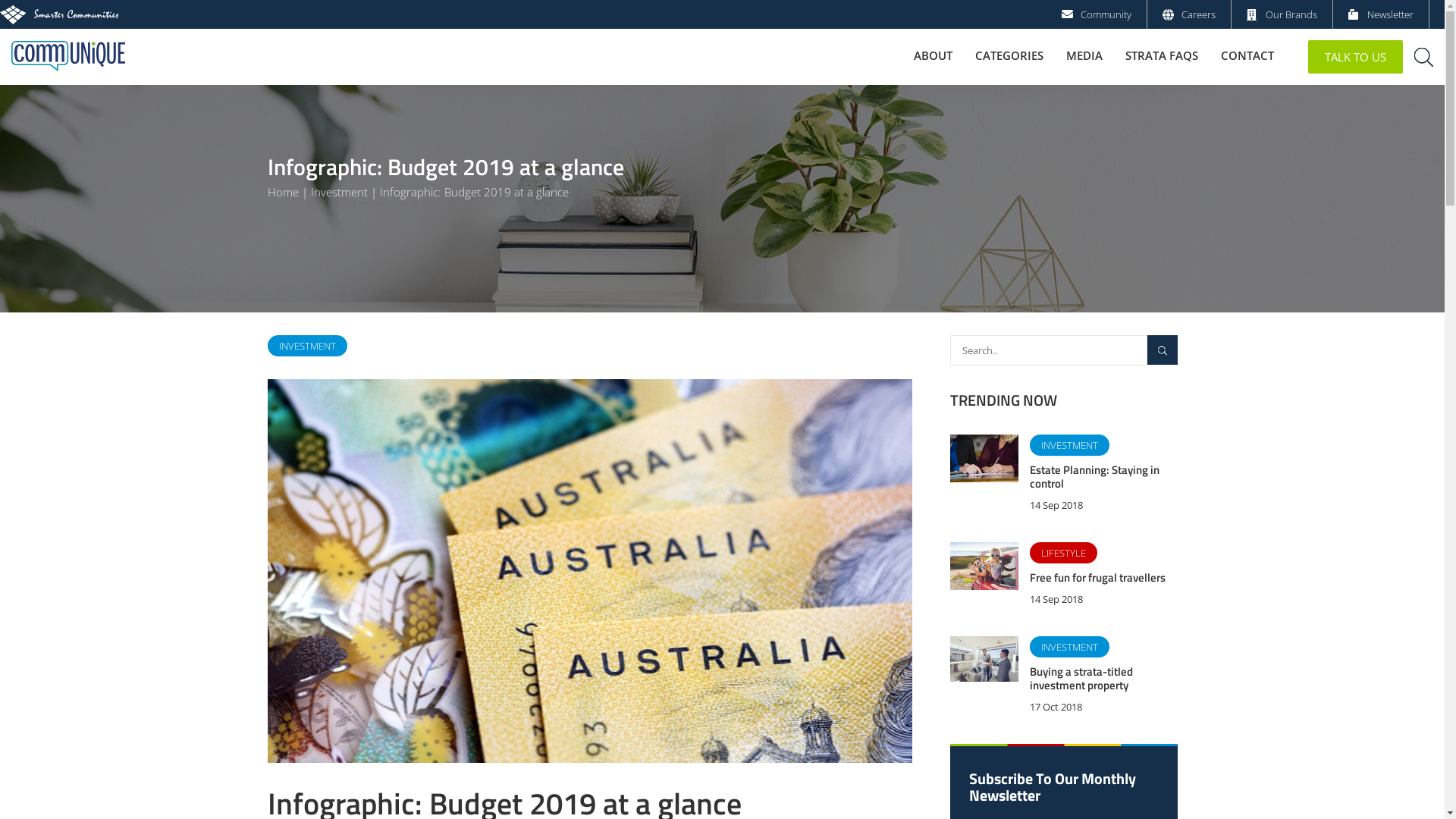 The height and width of the screenshot is (819, 1456). I want to click on 'Careers', so click(1181, 14).